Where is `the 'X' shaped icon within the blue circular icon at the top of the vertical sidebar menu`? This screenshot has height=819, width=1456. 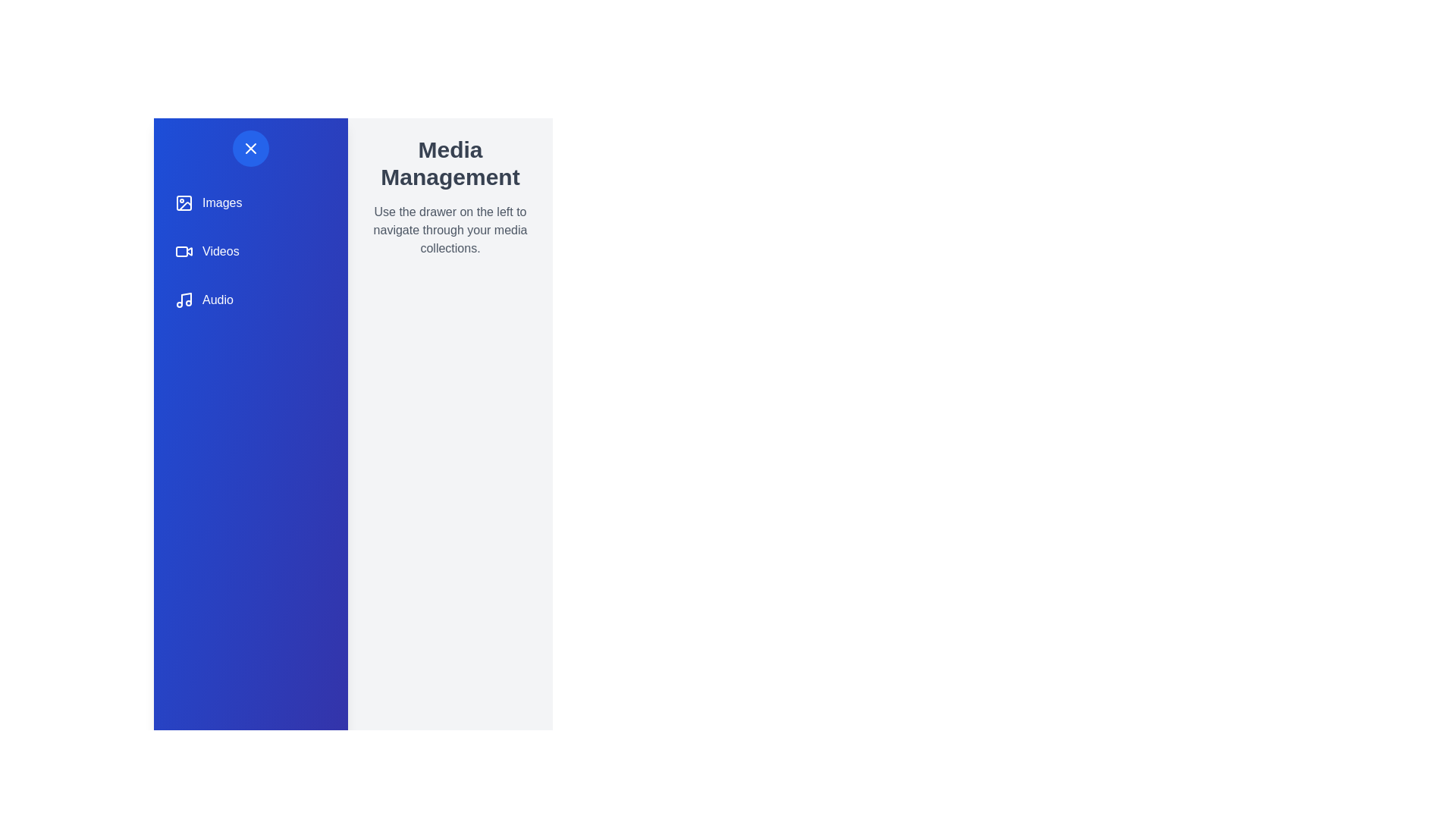 the 'X' shaped icon within the blue circular icon at the top of the vertical sidebar menu is located at coordinates (251, 149).